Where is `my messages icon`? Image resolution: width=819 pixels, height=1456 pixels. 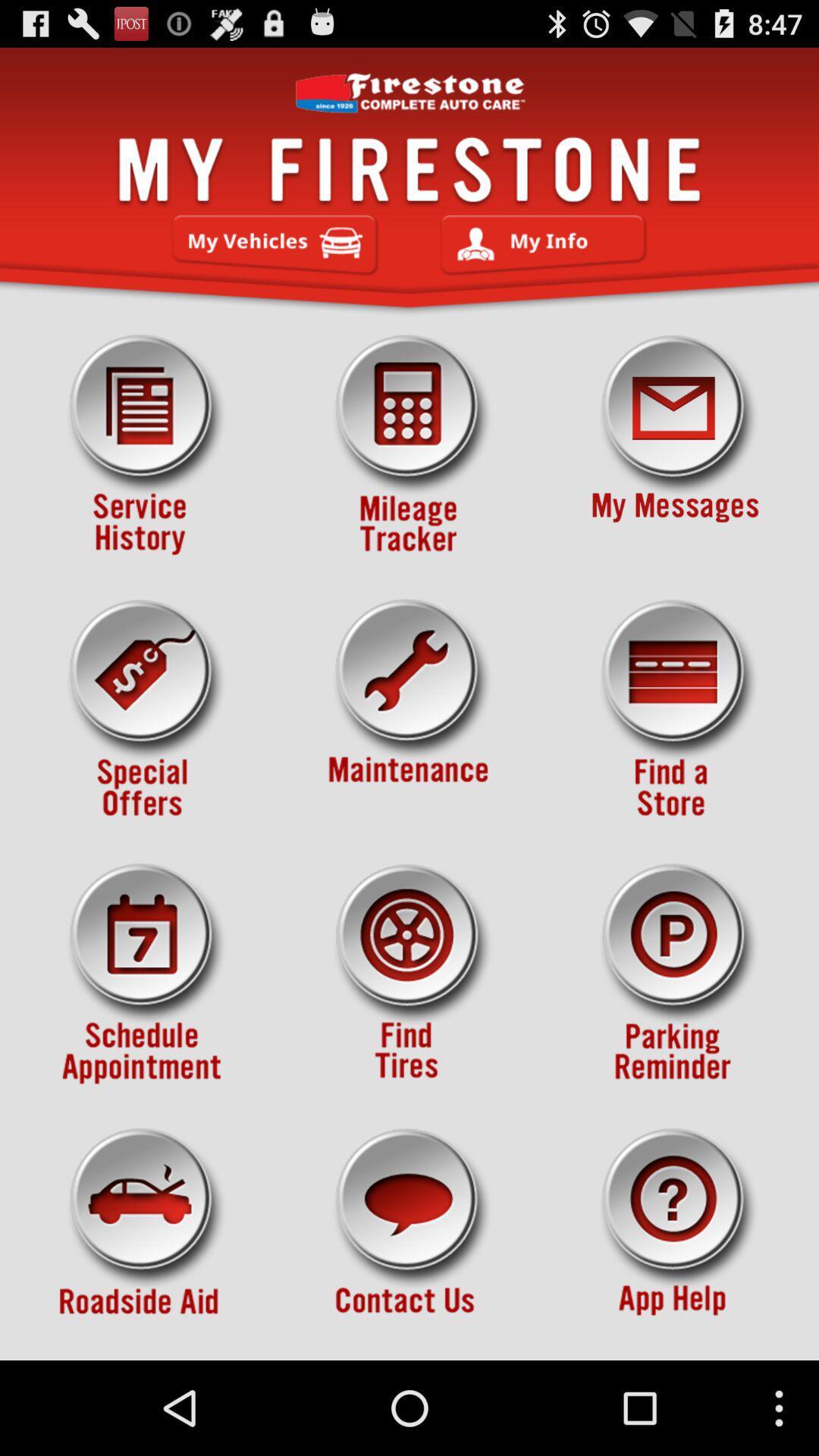 my messages icon is located at coordinates (675, 444).